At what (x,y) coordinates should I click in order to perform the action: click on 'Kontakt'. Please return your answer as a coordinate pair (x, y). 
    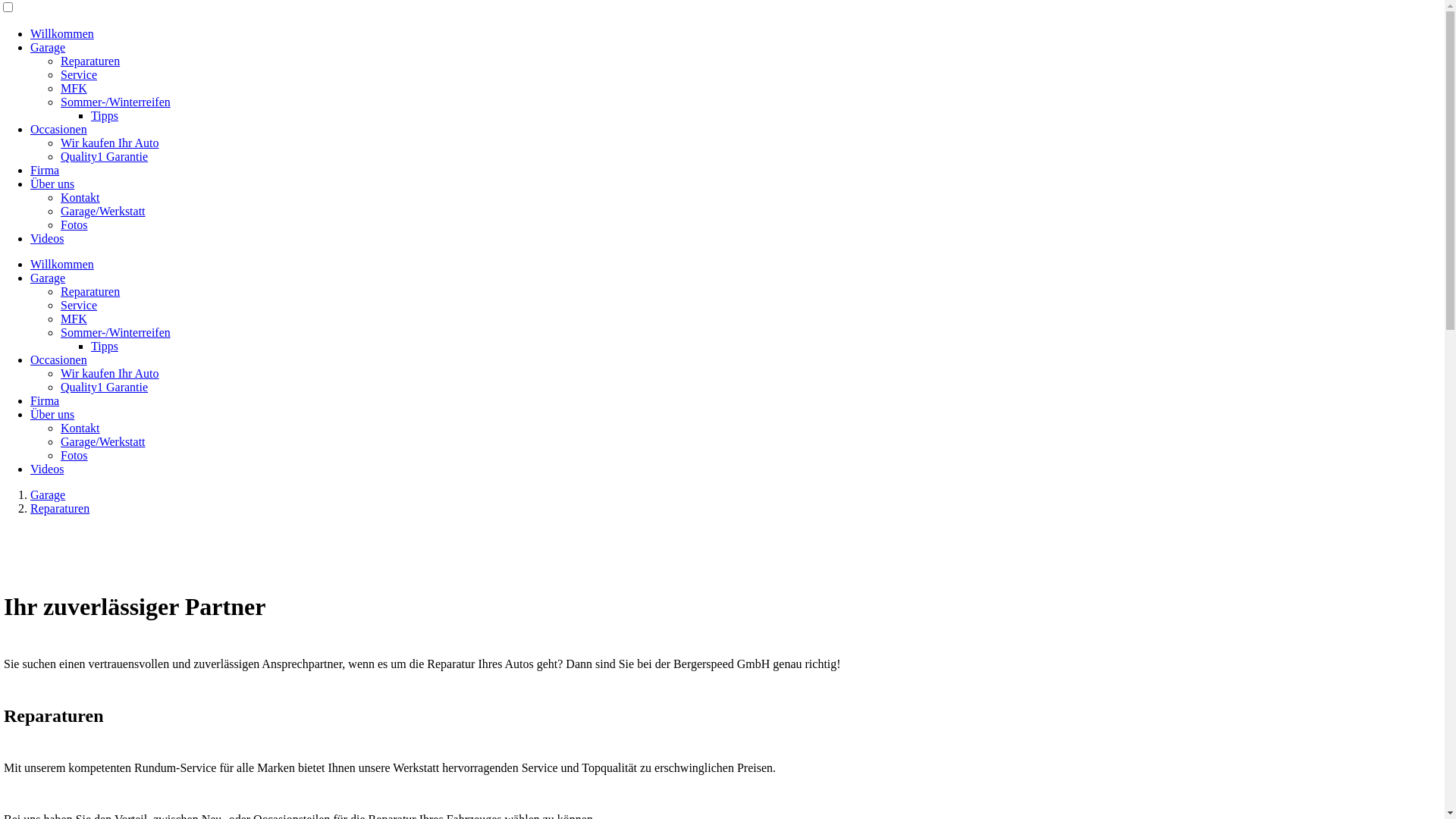
    Looking at the image, I should click on (79, 428).